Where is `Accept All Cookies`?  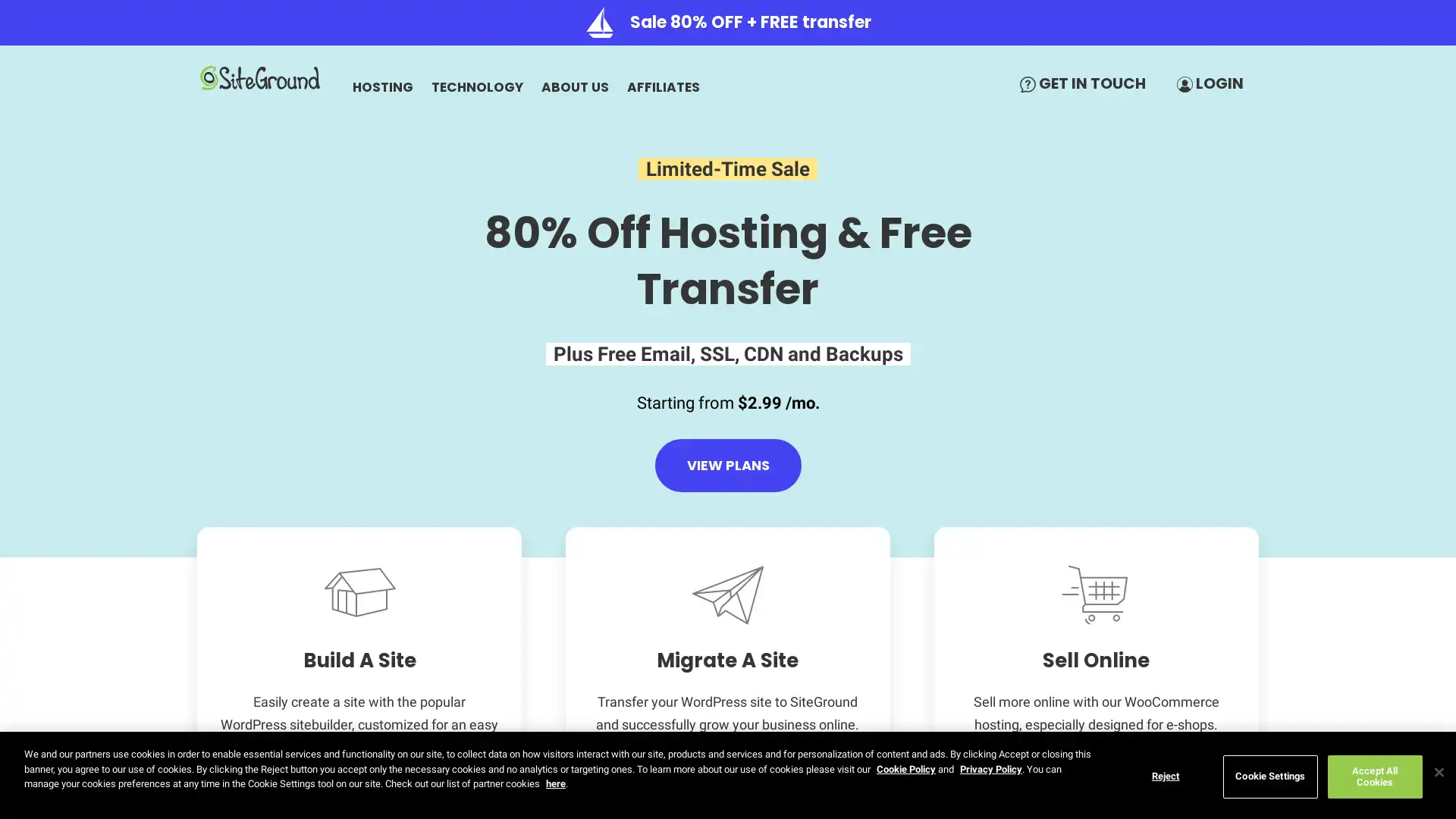
Accept All Cookies is located at coordinates (1374, 776).